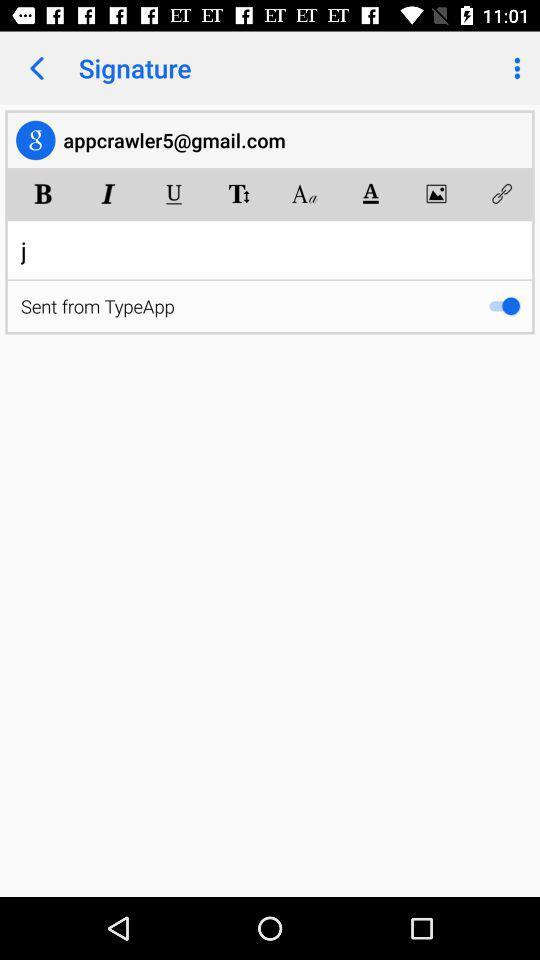 The image size is (540, 960). What do you see at coordinates (500, 193) in the screenshot?
I see `icon above j` at bounding box center [500, 193].